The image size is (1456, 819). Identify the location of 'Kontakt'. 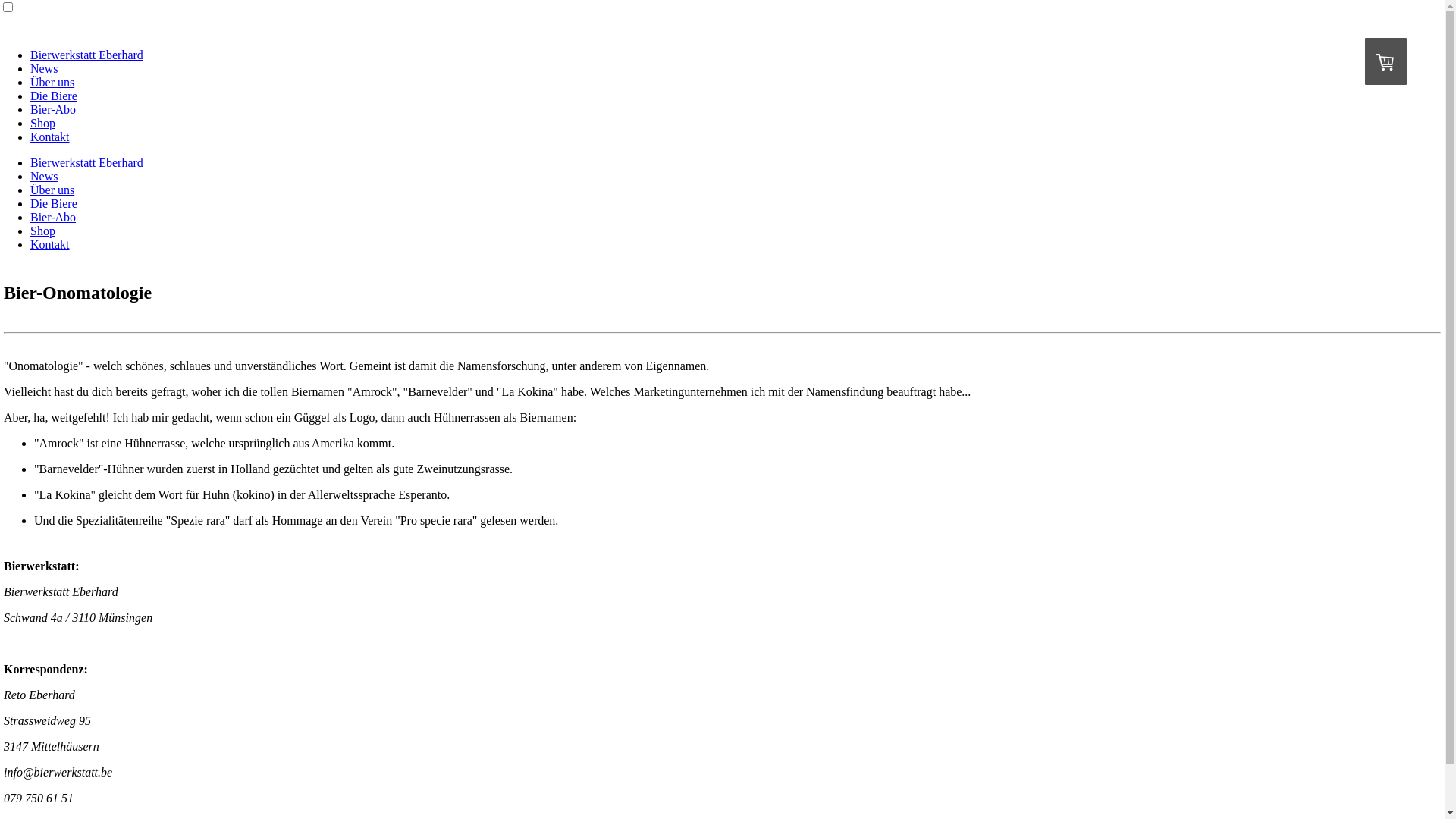
(50, 136).